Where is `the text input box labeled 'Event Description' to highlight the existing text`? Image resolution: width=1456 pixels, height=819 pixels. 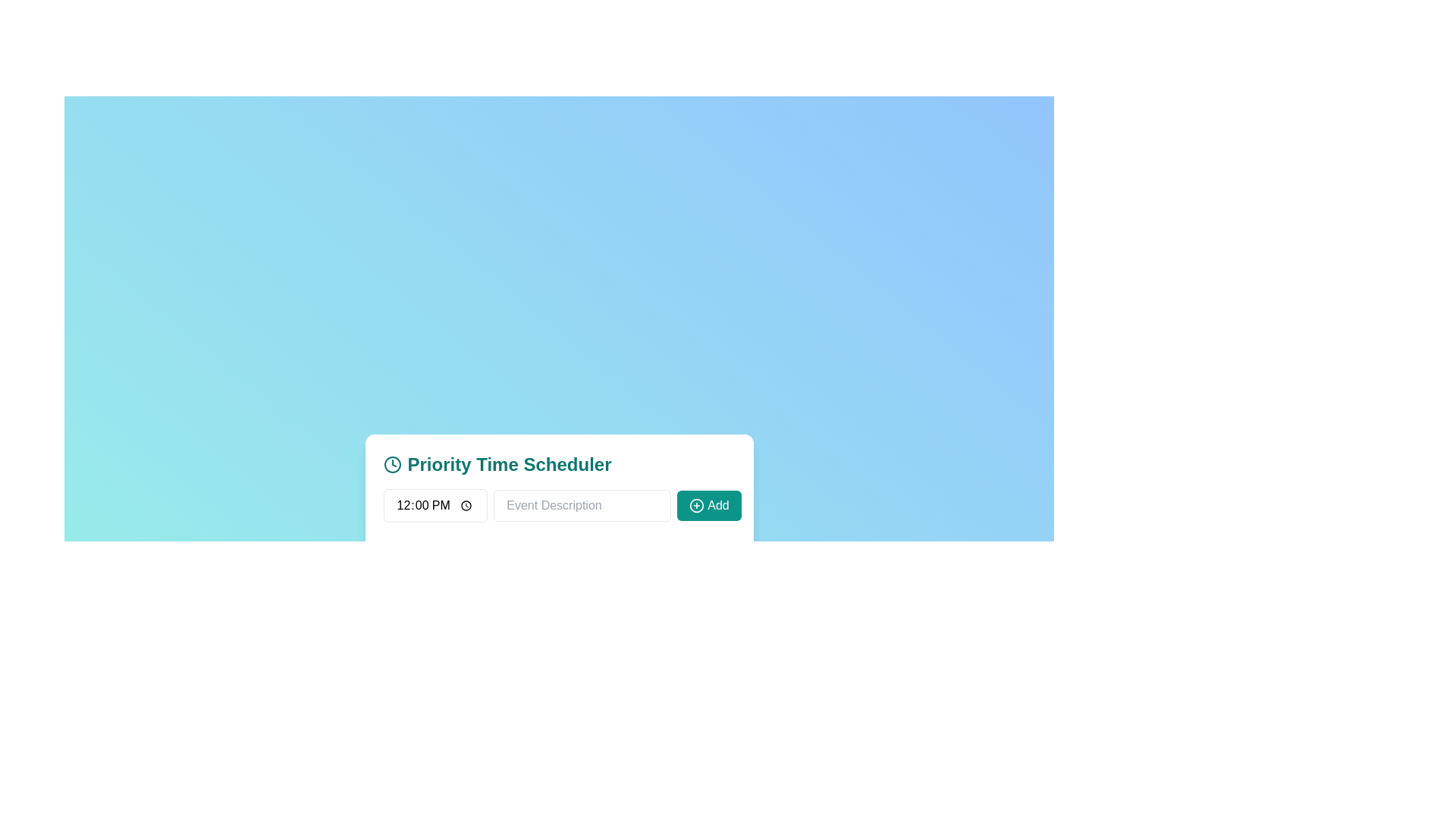
the text input box labeled 'Event Description' to highlight the existing text is located at coordinates (582, 506).